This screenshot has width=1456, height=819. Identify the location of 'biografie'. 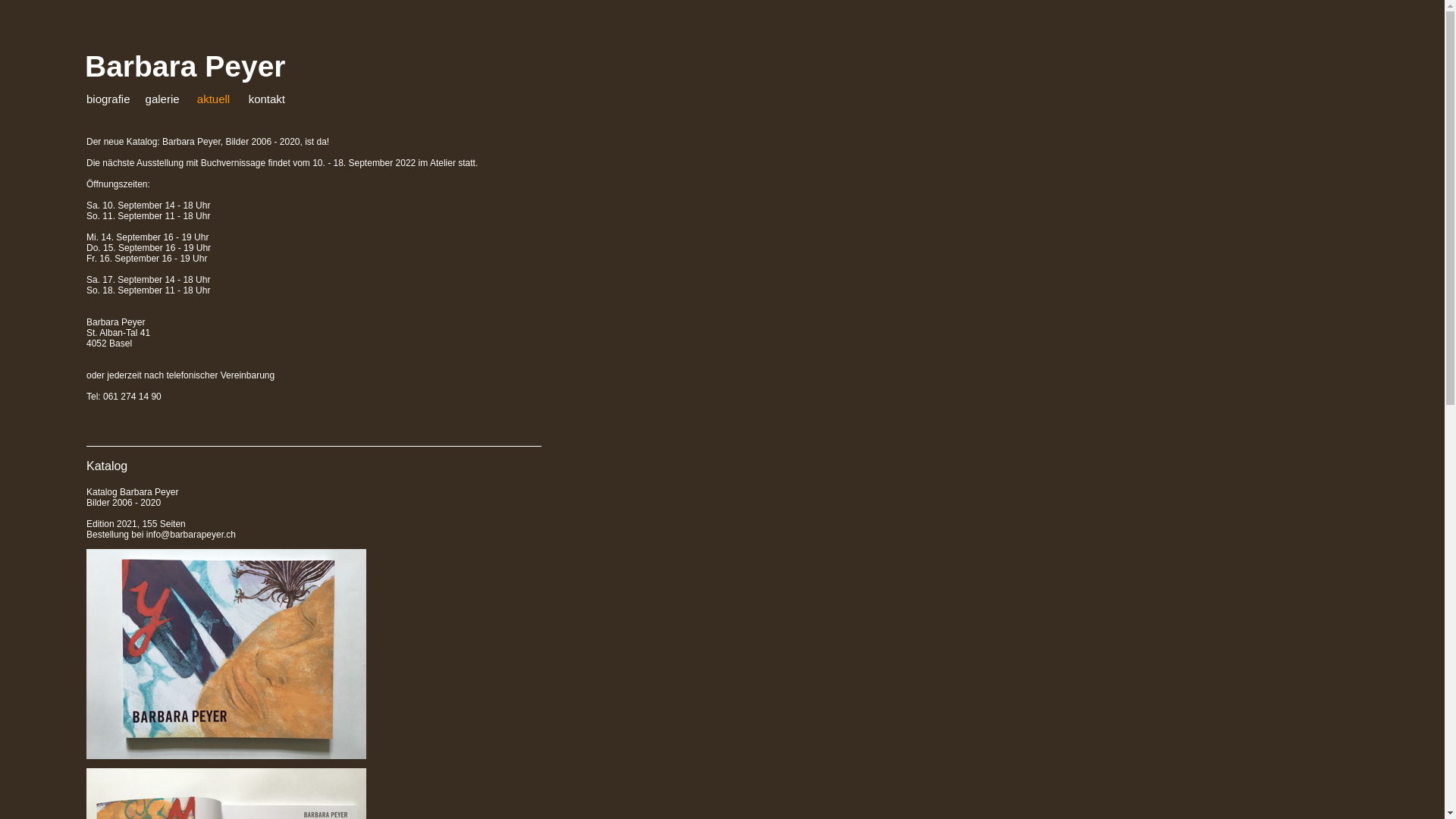
(108, 99).